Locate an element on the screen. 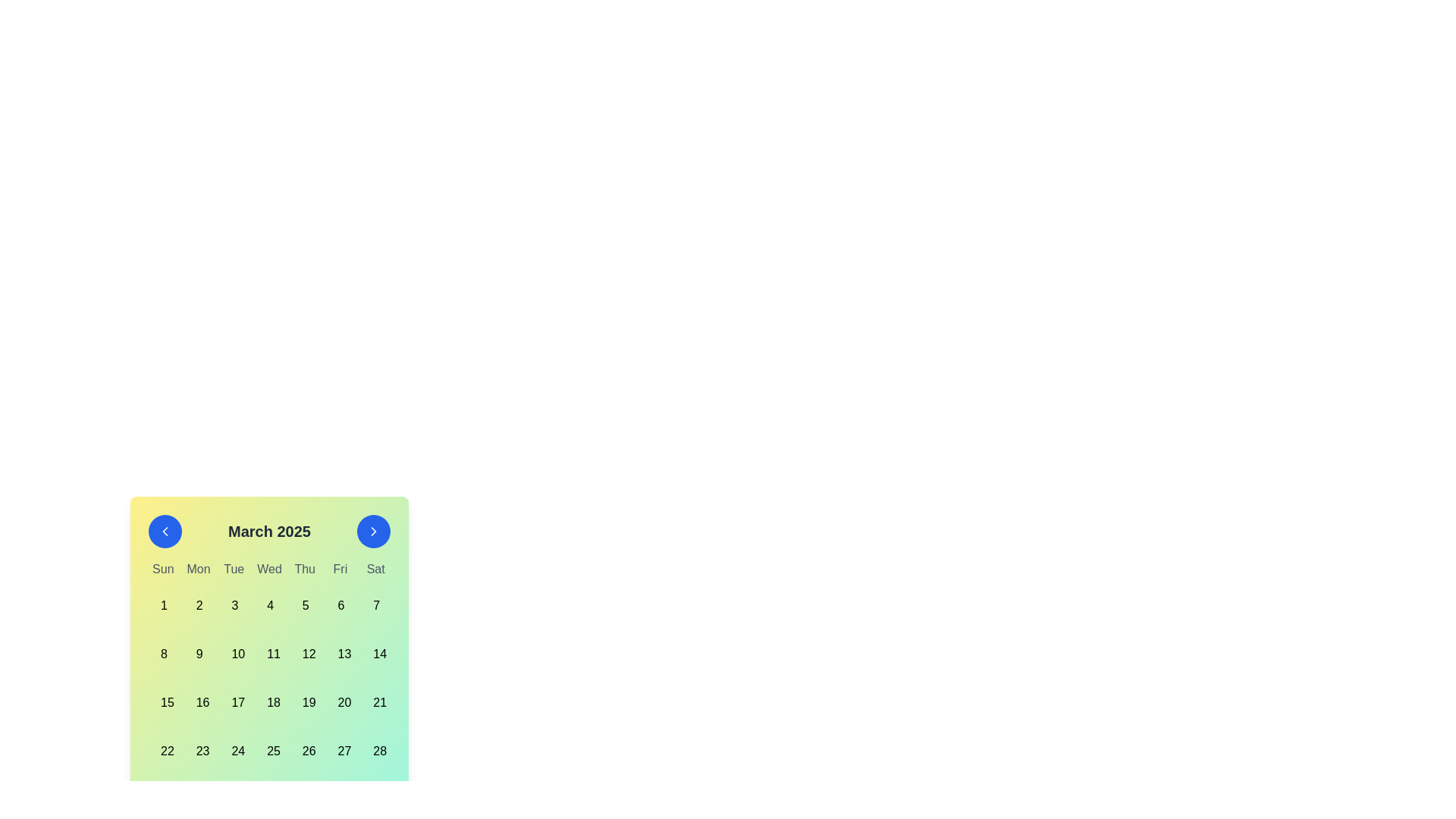 This screenshot has width=1456, height=819. the Calendar day cell button displaying the number '3' in the first row and third column of the calendar is located at coordinates (233, 604).